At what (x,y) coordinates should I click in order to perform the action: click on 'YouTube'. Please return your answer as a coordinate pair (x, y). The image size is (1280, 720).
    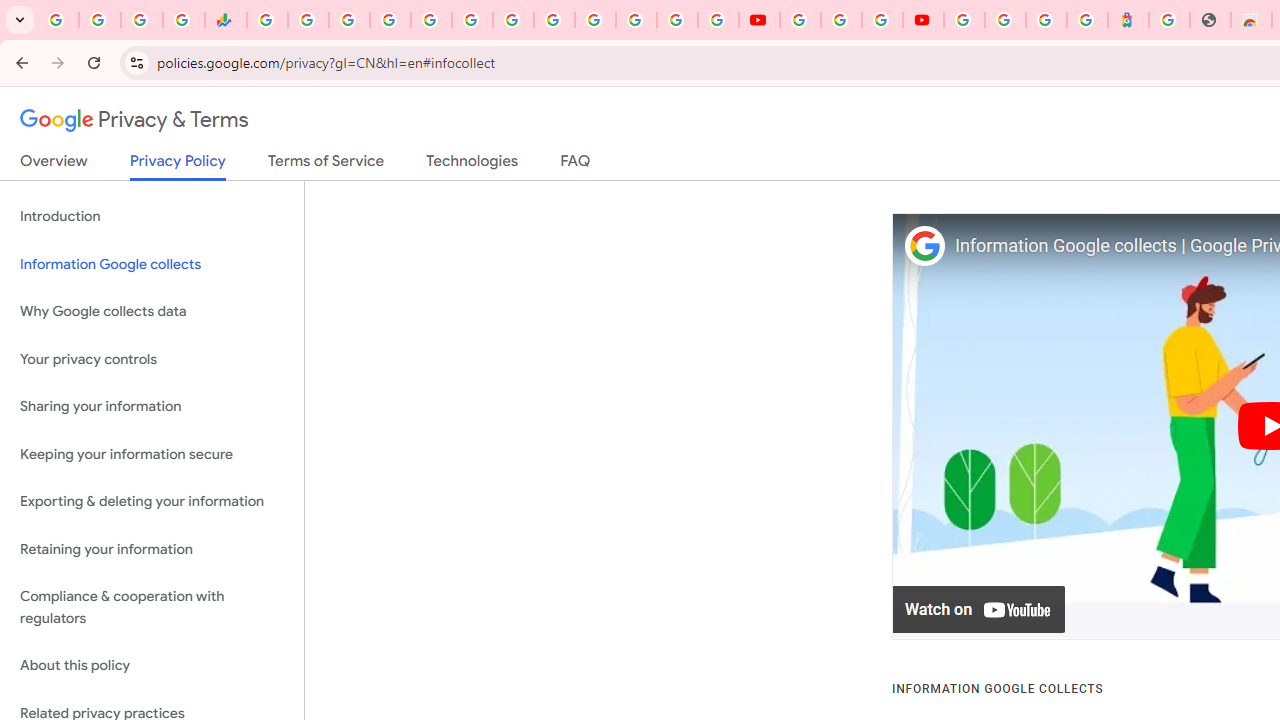
    Looking at the image, I should click on (758, 20).